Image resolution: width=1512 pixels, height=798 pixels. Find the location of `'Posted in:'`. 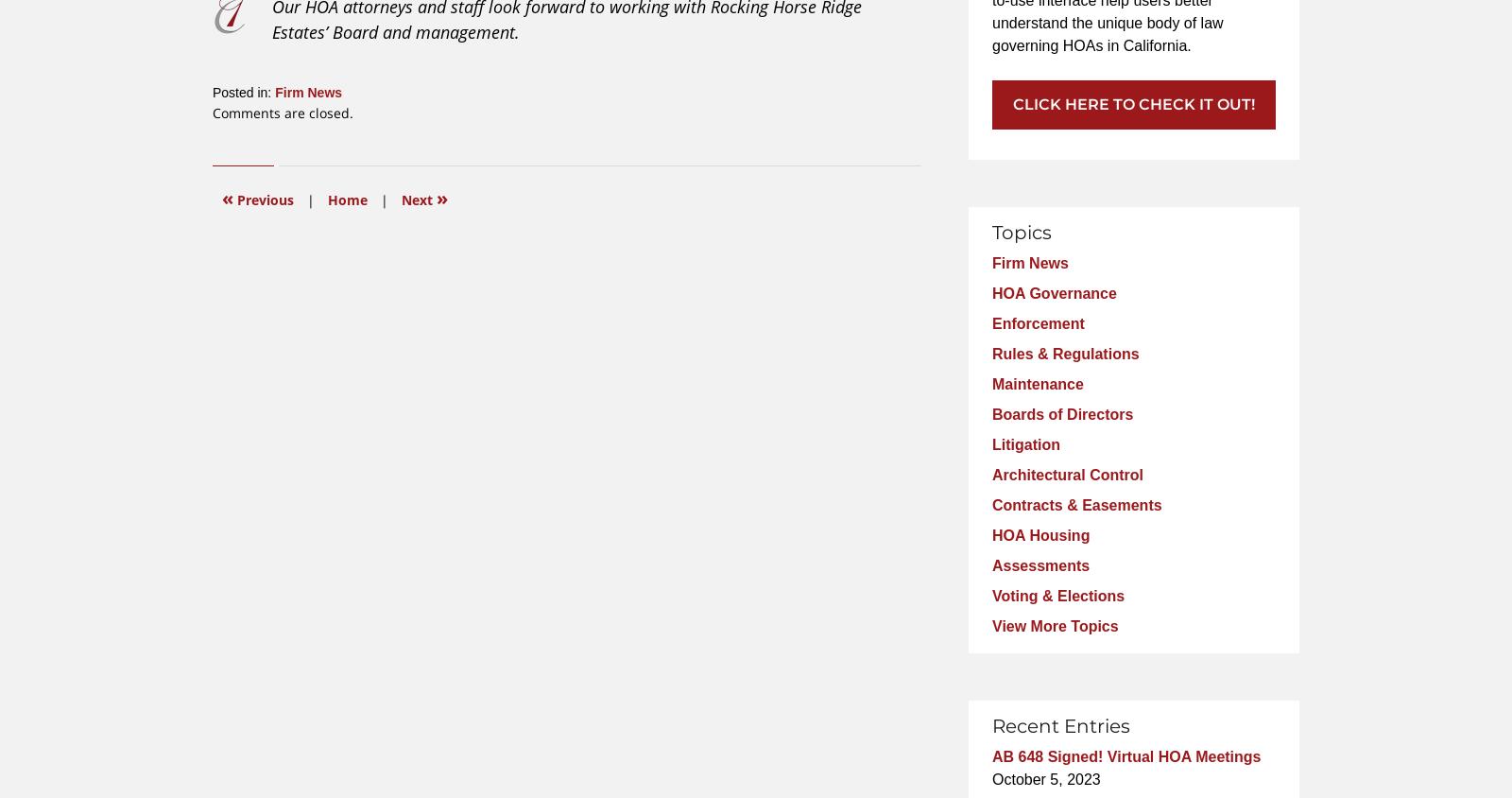

'Posted in:' is located at coordinates (242, 91).